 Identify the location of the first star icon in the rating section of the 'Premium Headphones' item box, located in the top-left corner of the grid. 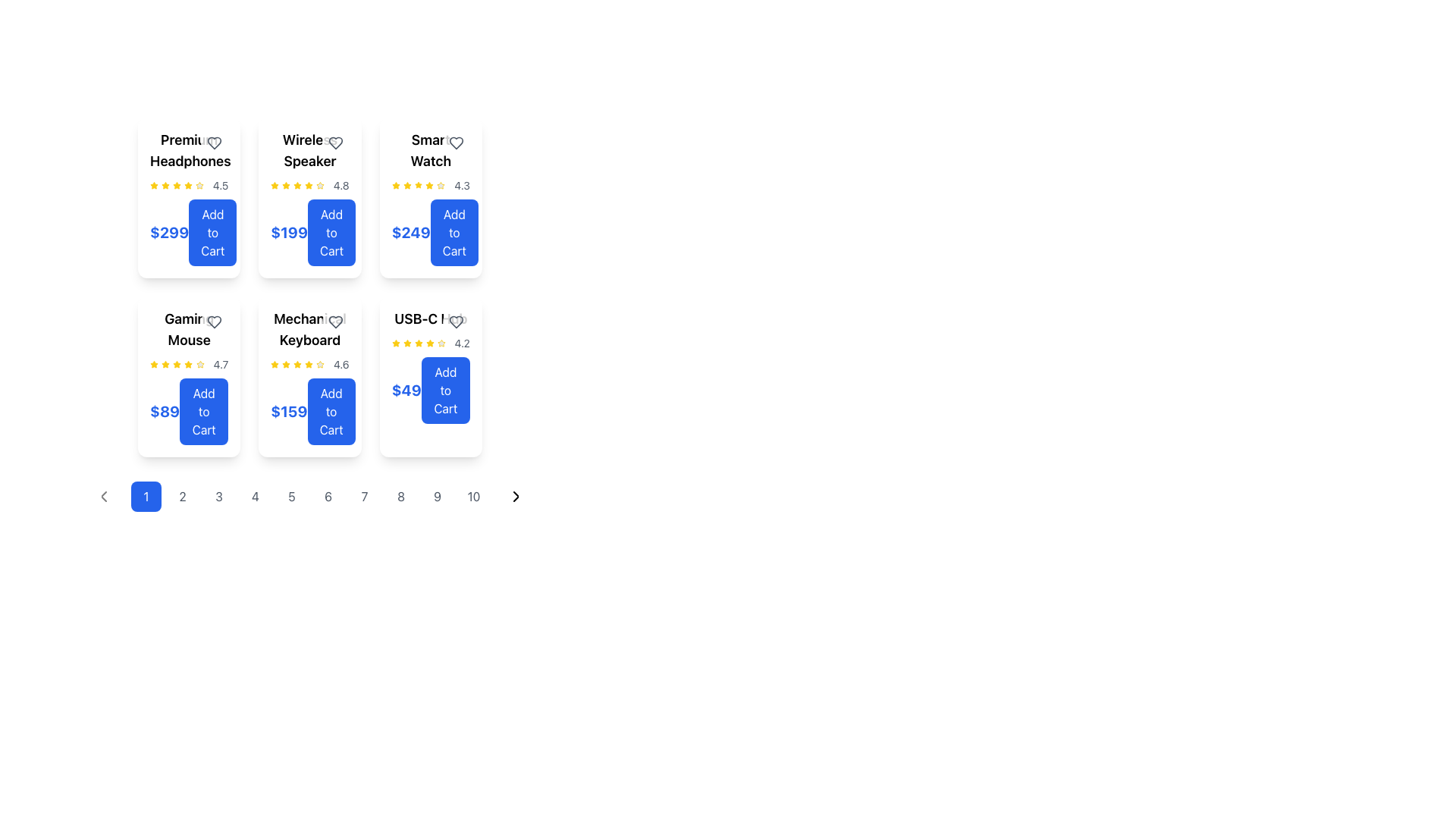
(154, 185).